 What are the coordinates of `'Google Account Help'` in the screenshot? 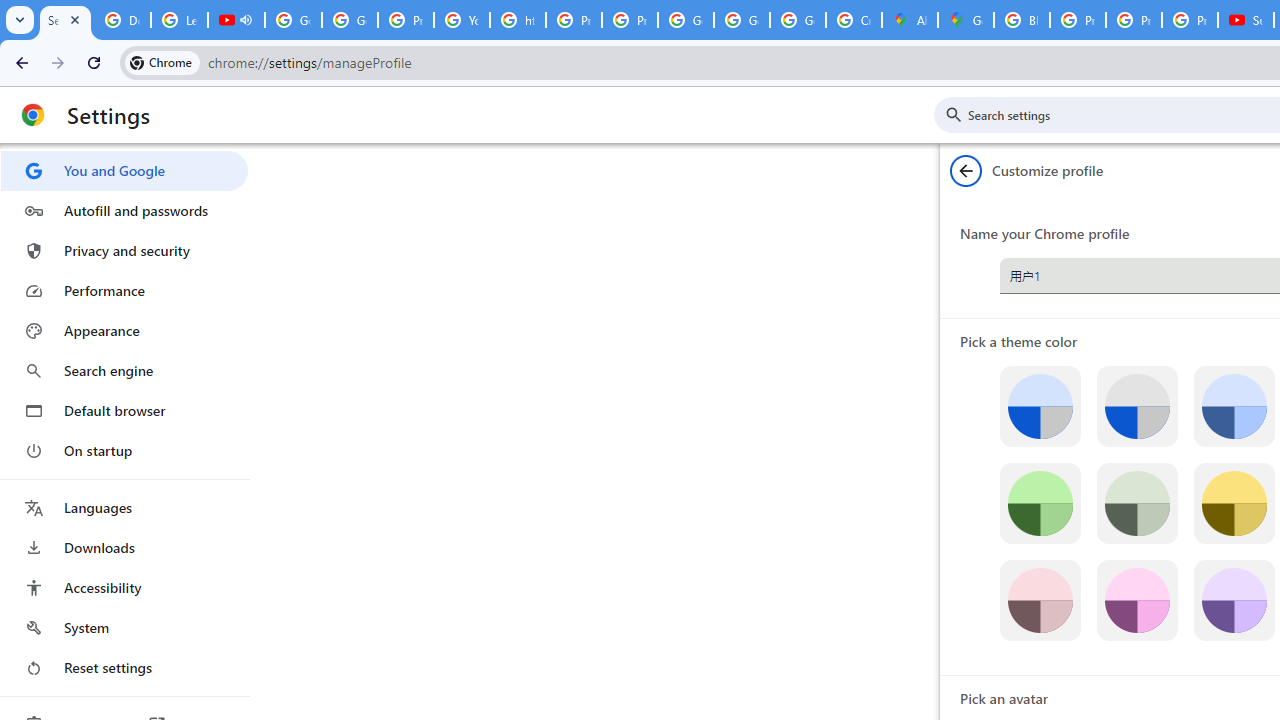 It's located at (292, 20).